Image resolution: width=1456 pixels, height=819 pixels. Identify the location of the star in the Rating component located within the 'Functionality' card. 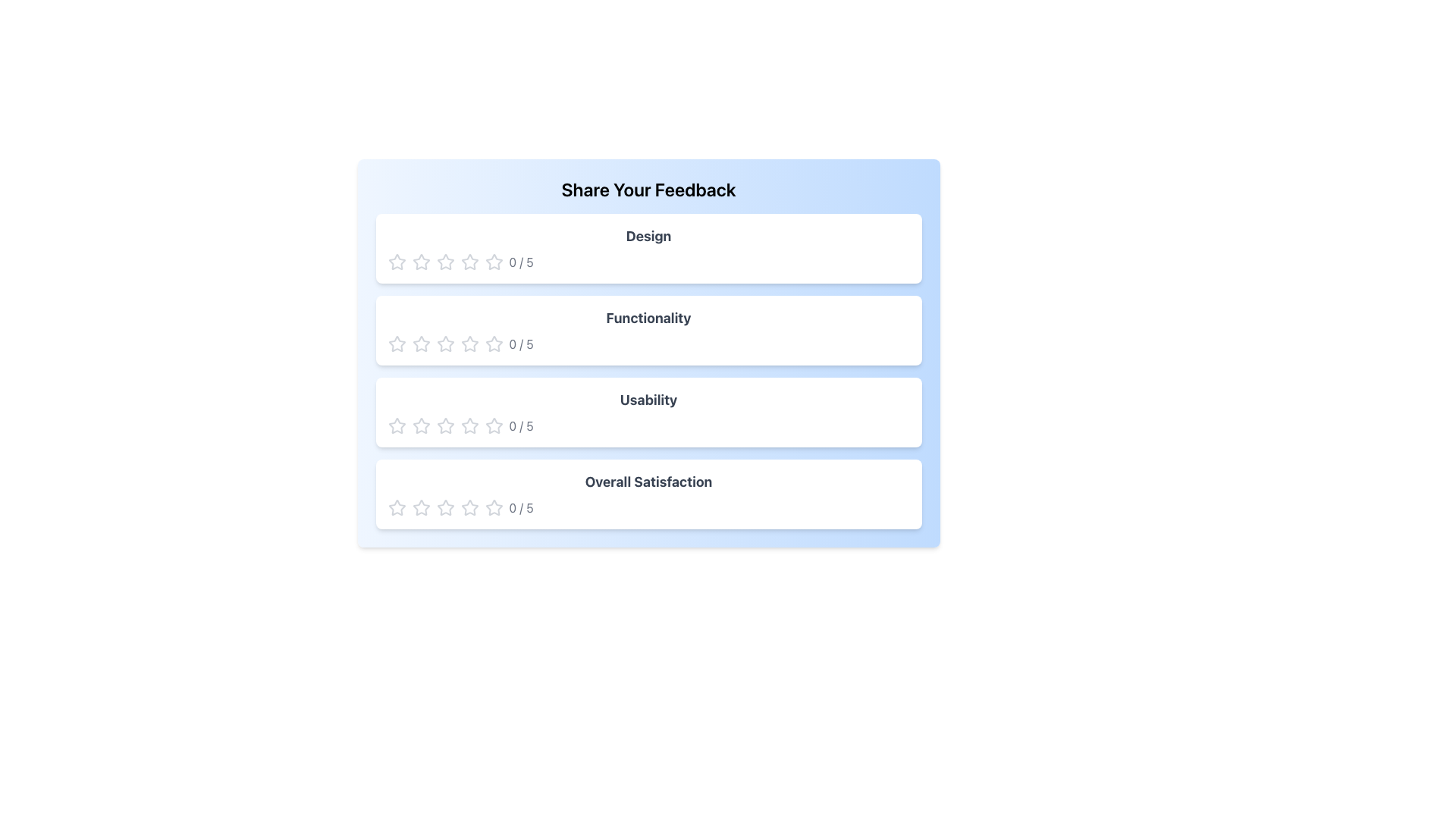
(648, 344).